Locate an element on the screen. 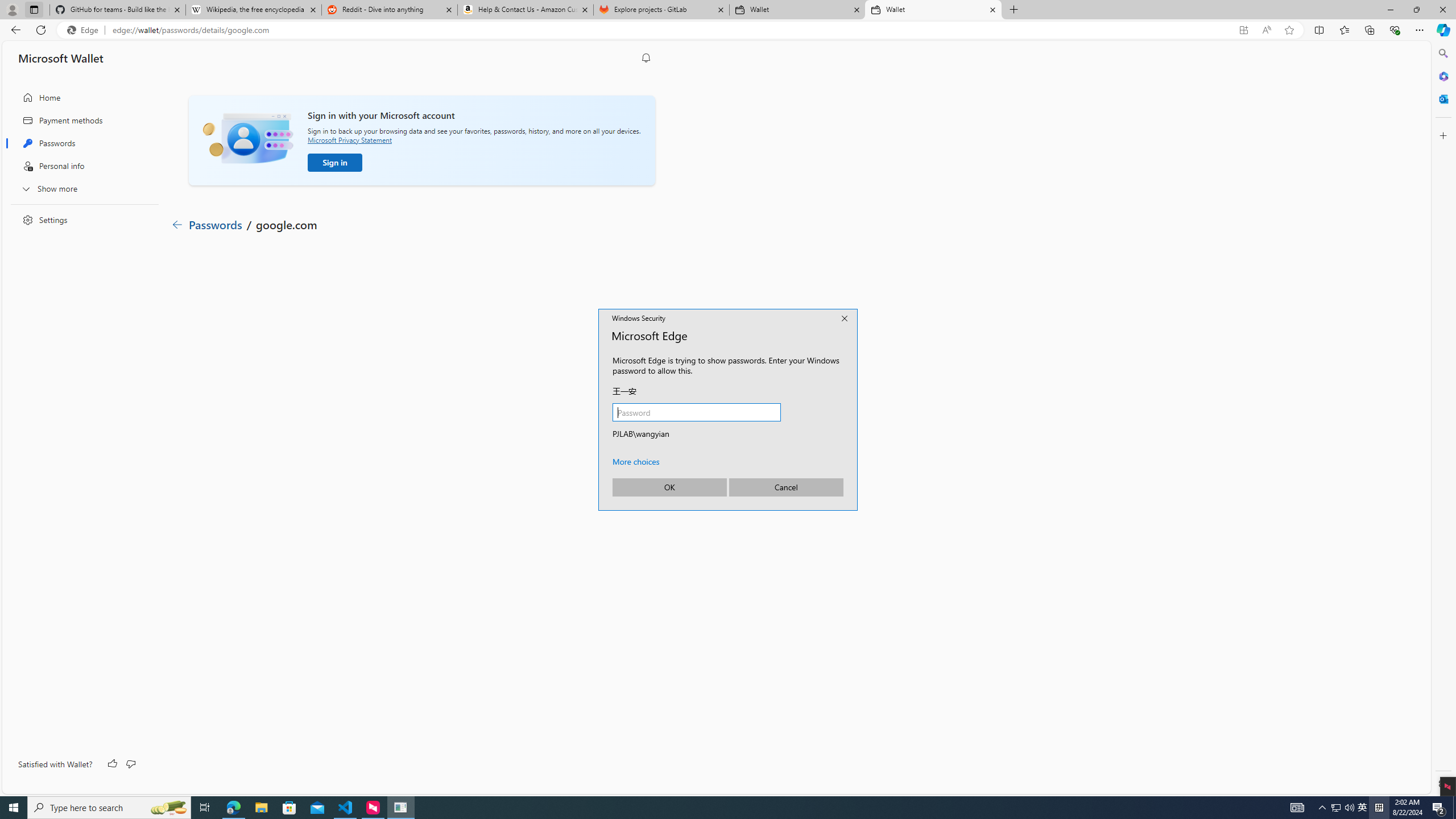 Image resolution: width=1456 pixels, height=819 pixels. 'Search highlights icon opens search home window' is located at coordinates (167, 806).